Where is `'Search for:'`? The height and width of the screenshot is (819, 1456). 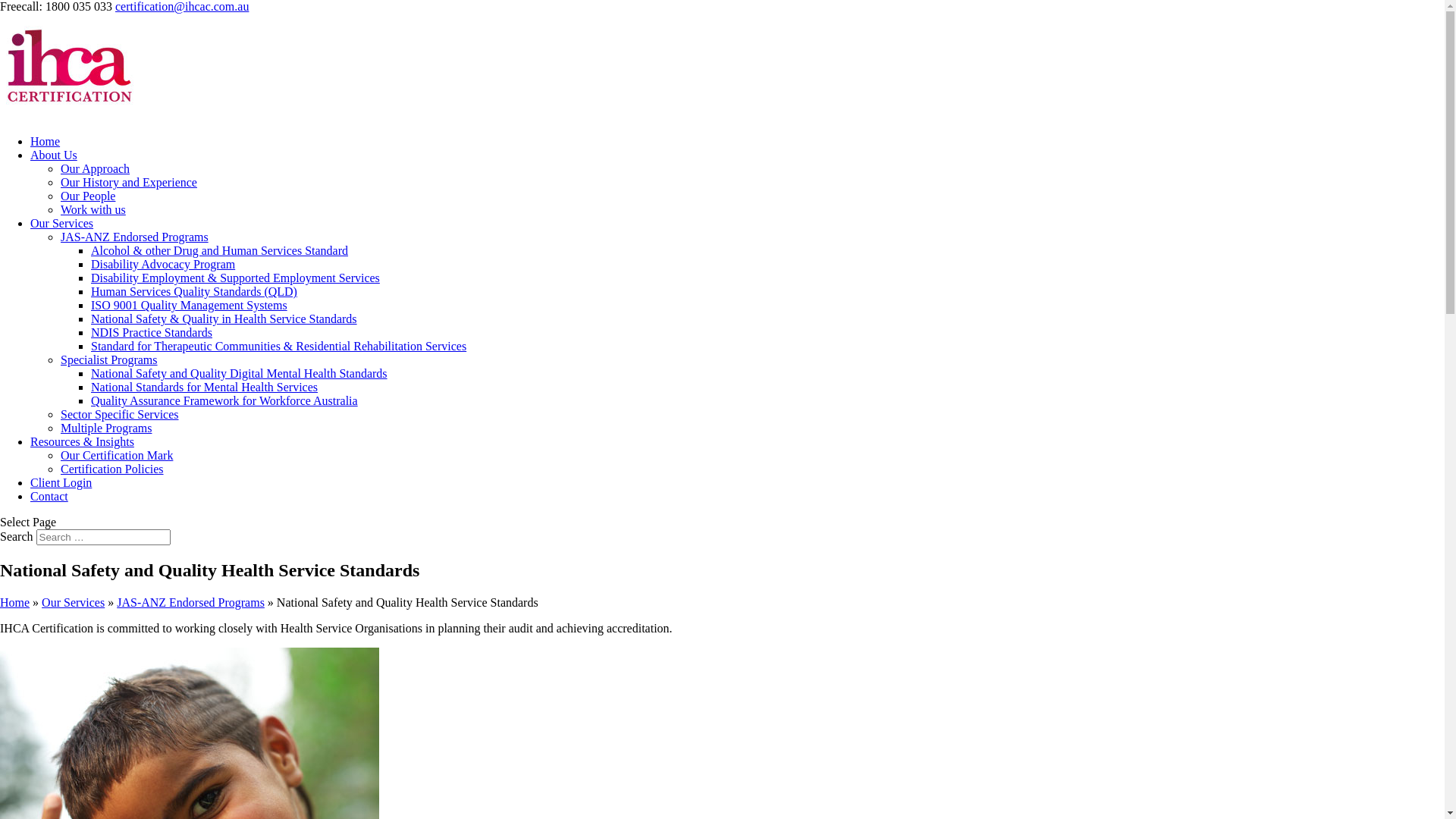
'Search for:' is located at coordinates (102, 536).